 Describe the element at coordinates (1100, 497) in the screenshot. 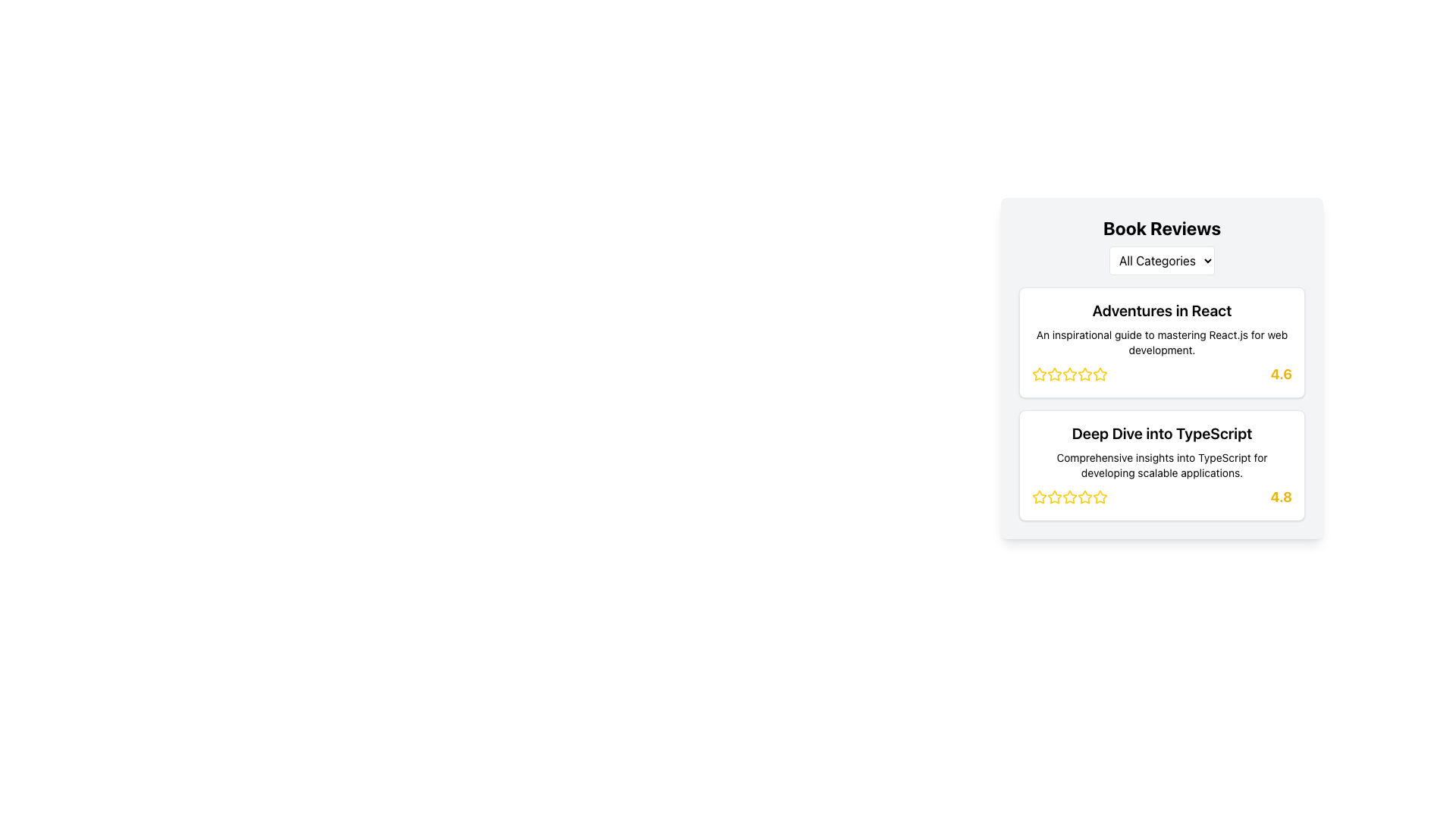

I see `the fifth Rating Star Icon, which is part of the rating system for the book review of 'Deep Dive into TypeScript' in the 'Book Reviews' section` at that location.